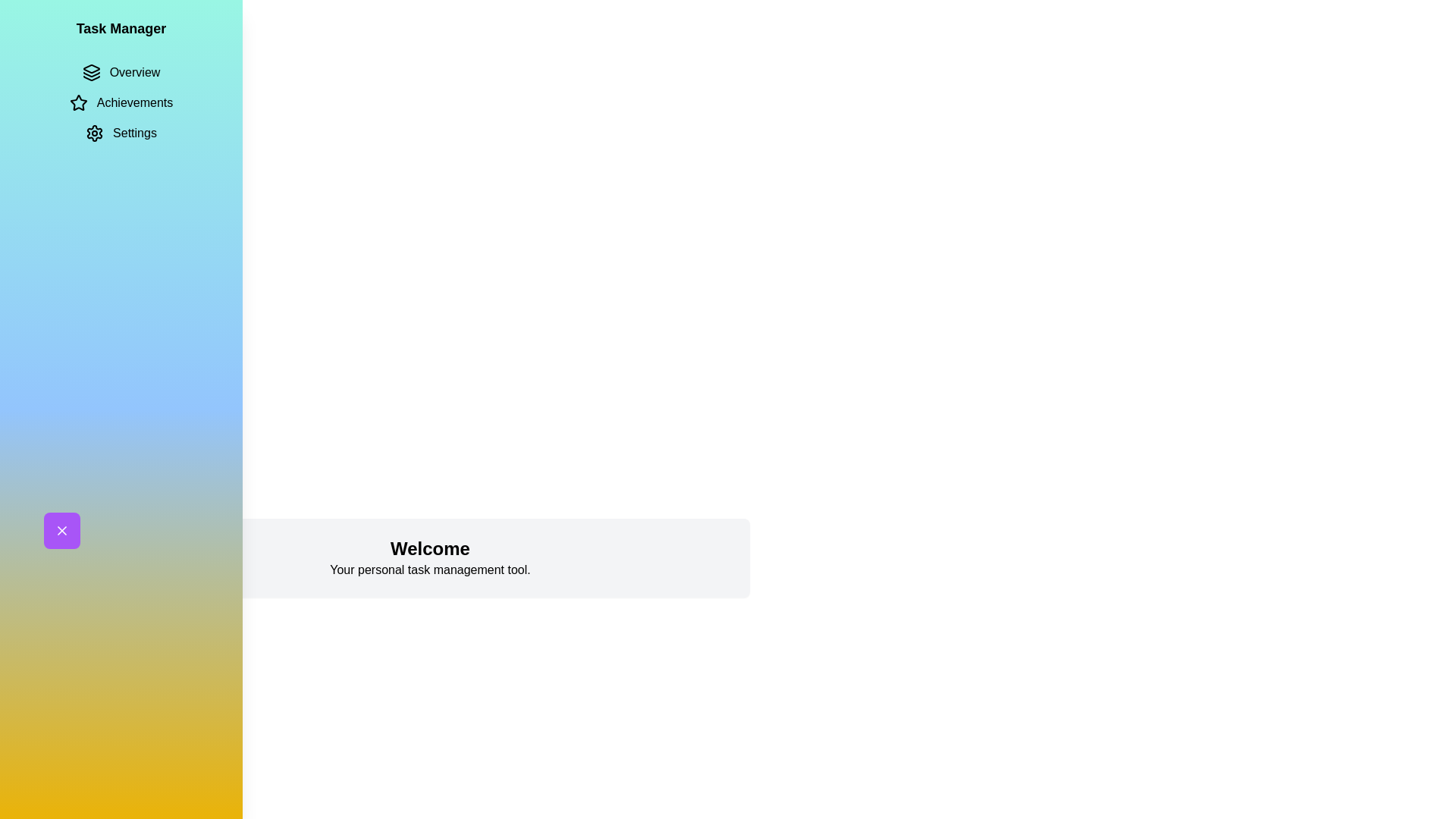  What do you see at coordinates (90, 73) in the screenshot?
I see `the icon located in the left-side navigation menu above the 'Overview' text, which serves as a visual aid for the overview function` at bounding box center [90, 73].